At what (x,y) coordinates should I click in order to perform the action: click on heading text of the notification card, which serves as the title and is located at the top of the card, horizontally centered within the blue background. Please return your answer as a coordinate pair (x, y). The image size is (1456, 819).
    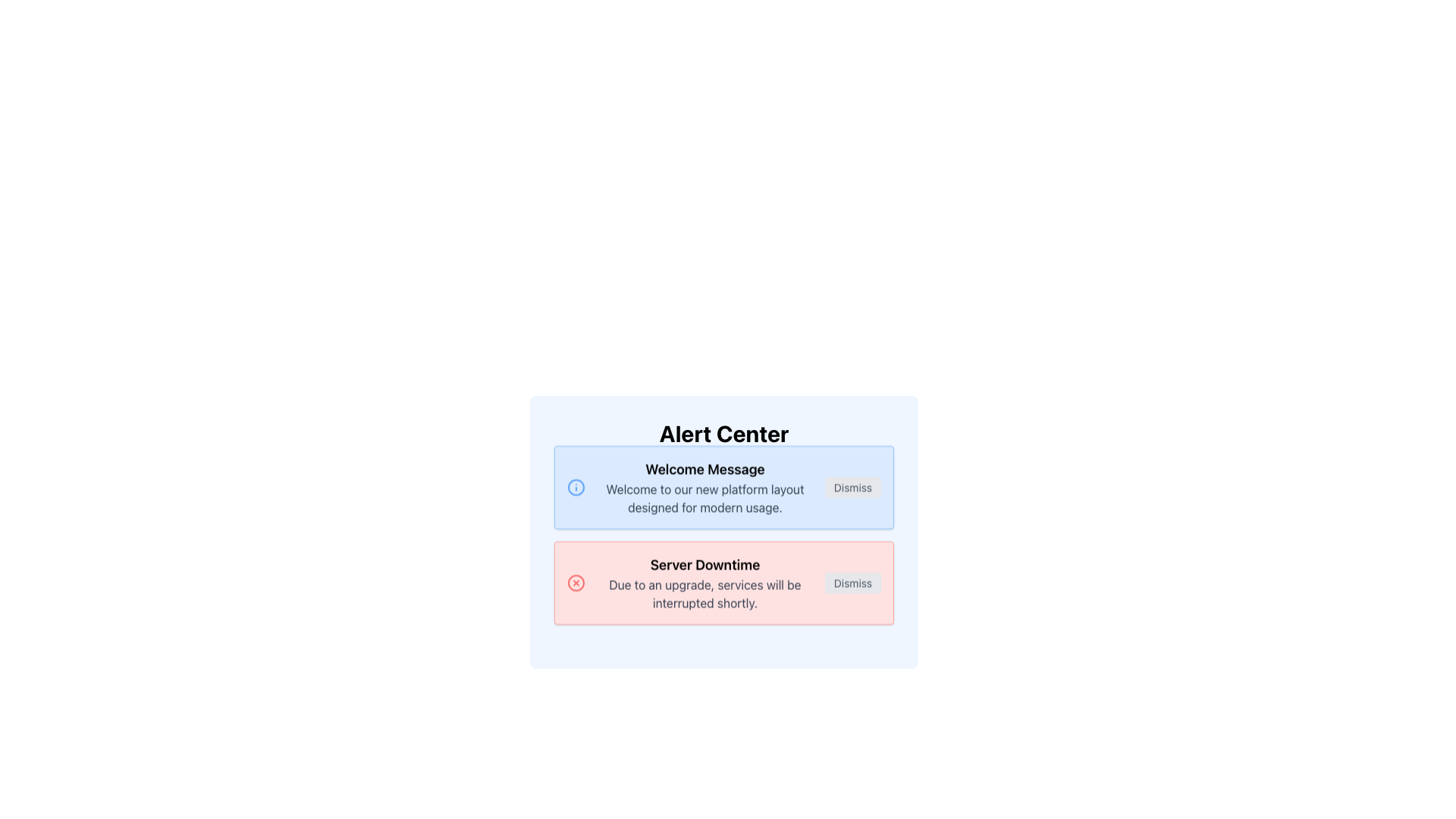
    Looking at the image, I should click on (704, 482).